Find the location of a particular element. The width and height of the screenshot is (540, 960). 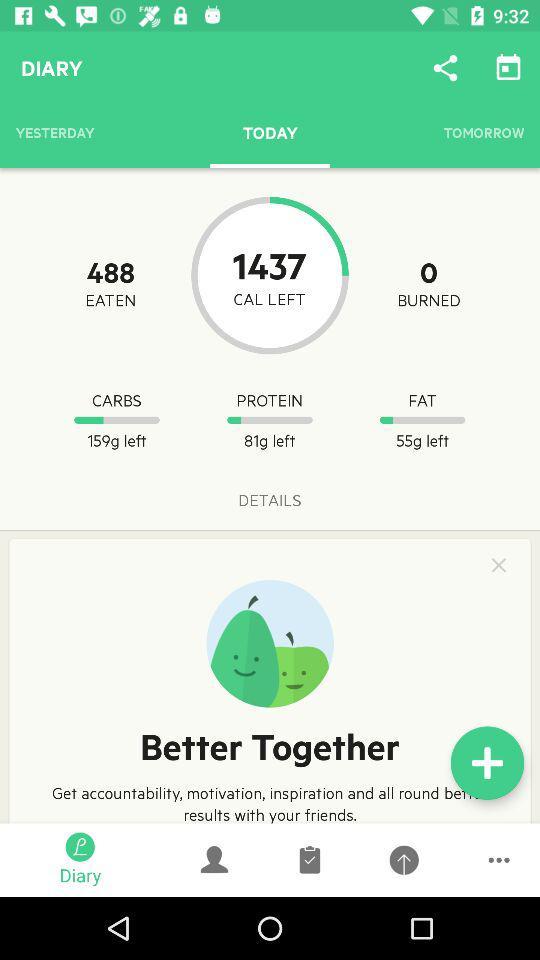

the add icon is located at coordinates (486, 762).